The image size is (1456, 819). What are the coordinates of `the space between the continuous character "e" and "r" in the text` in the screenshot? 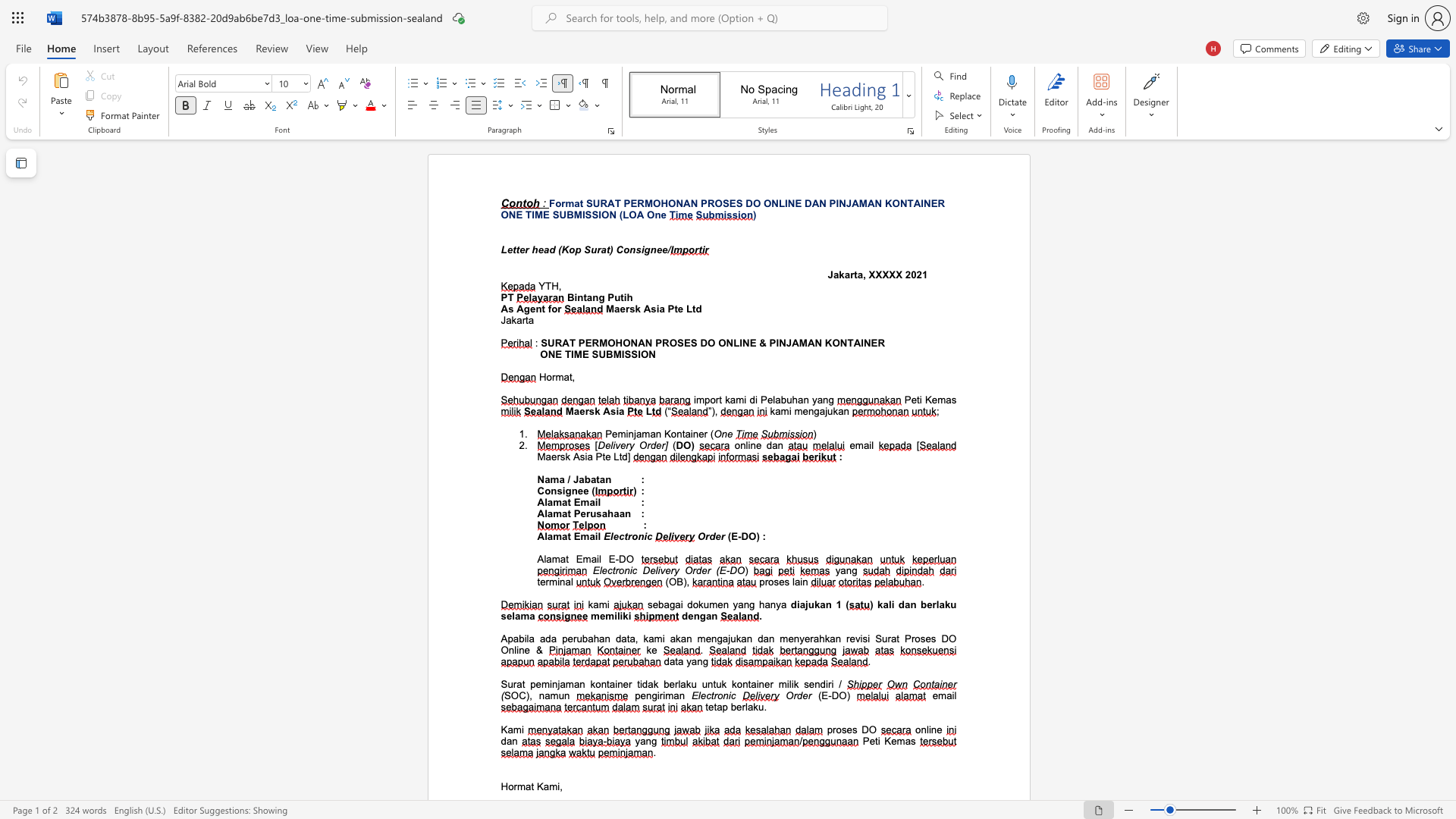 It's located at (702, 434).